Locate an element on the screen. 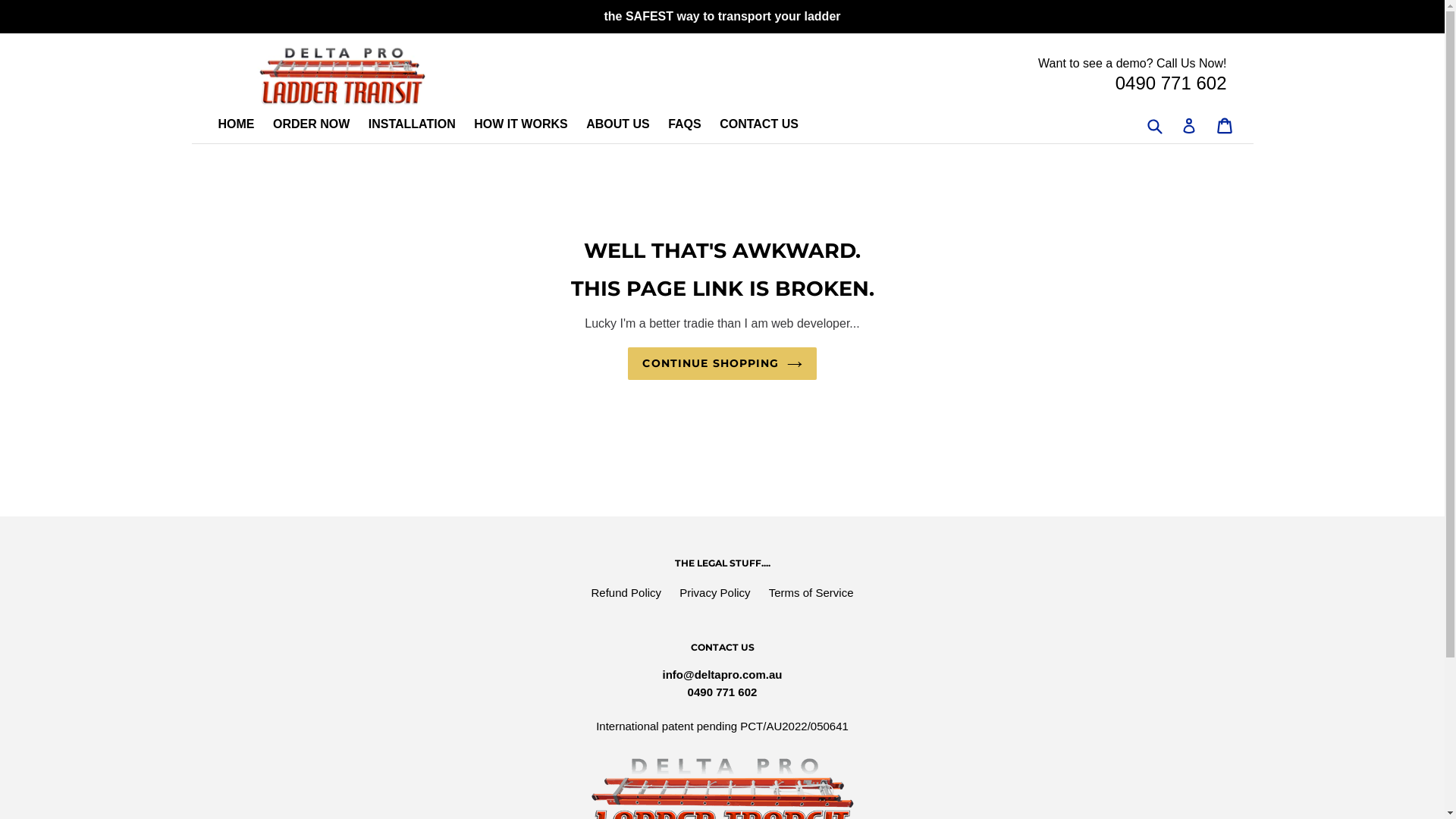 Image resolution: width=1456 pixels, height=819 pixels. 'FAQS' is located at coordinates (691, 124).